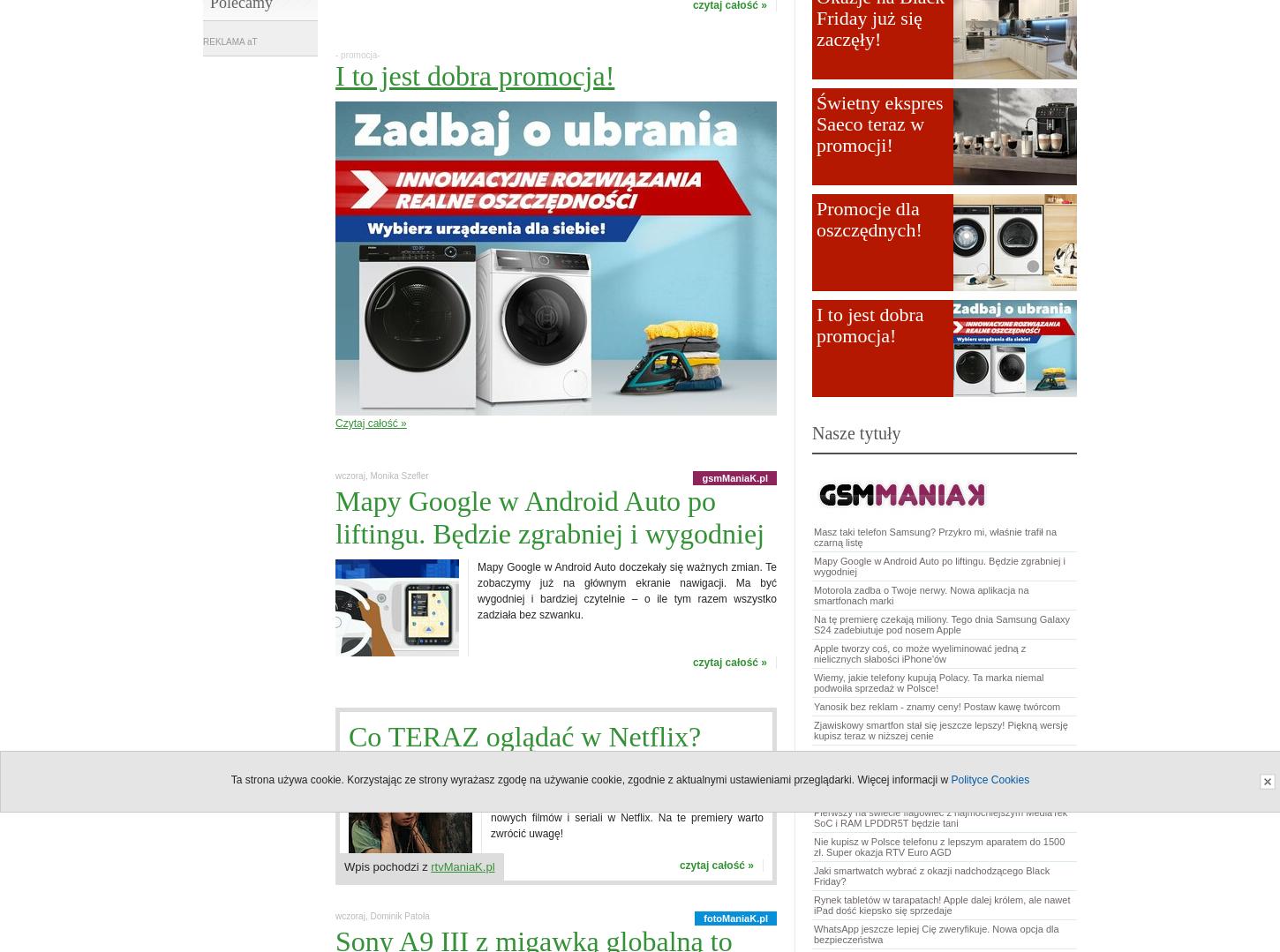 The width and height of the screenshot is (1280, 952). I want to click on 'Świetny ekspres Saeco teraz w promocji!', so click(879, 123).